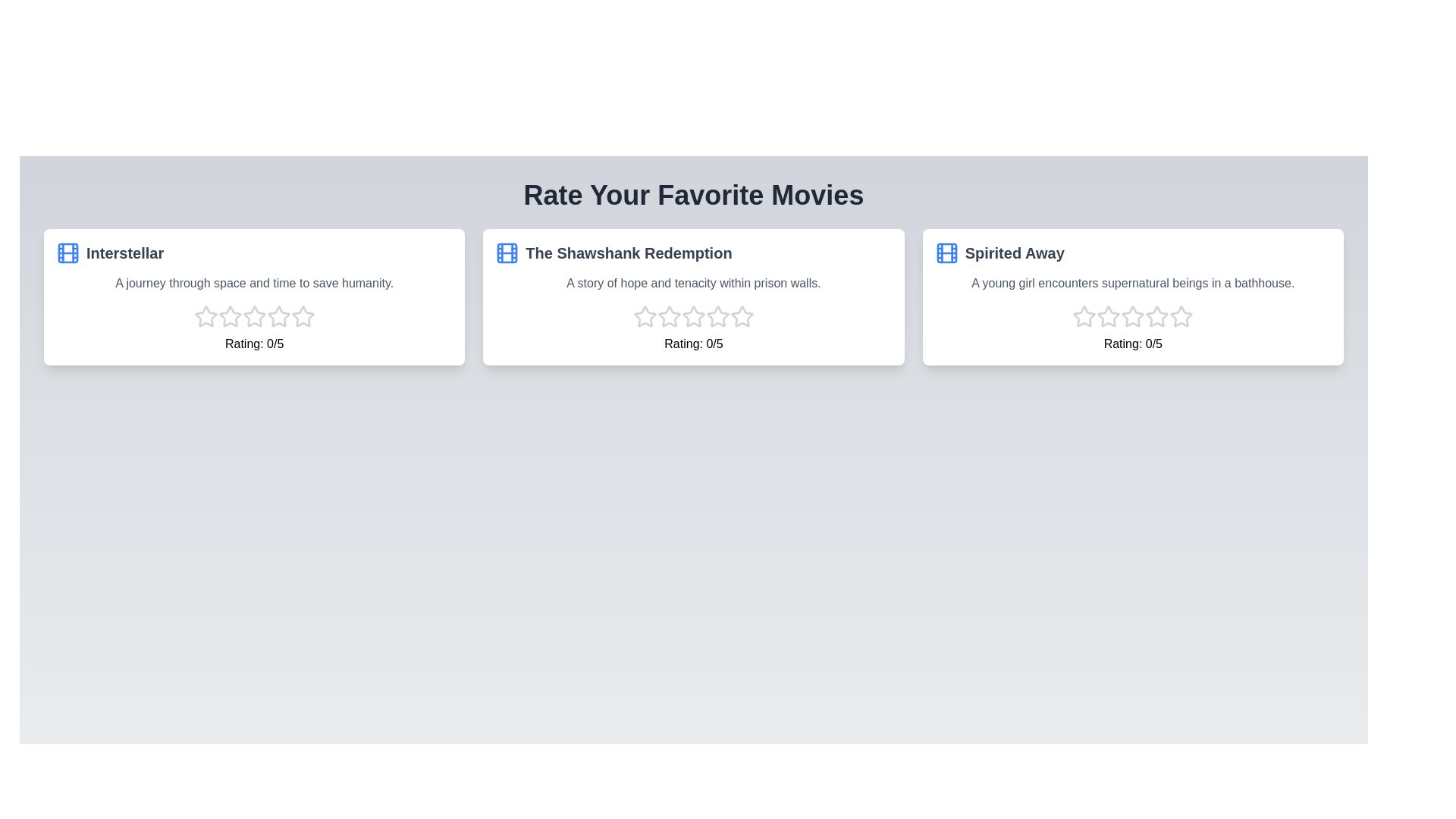  What do you see at coordinates (1133, 315) in the screenshot?
I see `the star corresponding to the 3 rating for the movie Spirited Away` at bounding box center [1133, 315].